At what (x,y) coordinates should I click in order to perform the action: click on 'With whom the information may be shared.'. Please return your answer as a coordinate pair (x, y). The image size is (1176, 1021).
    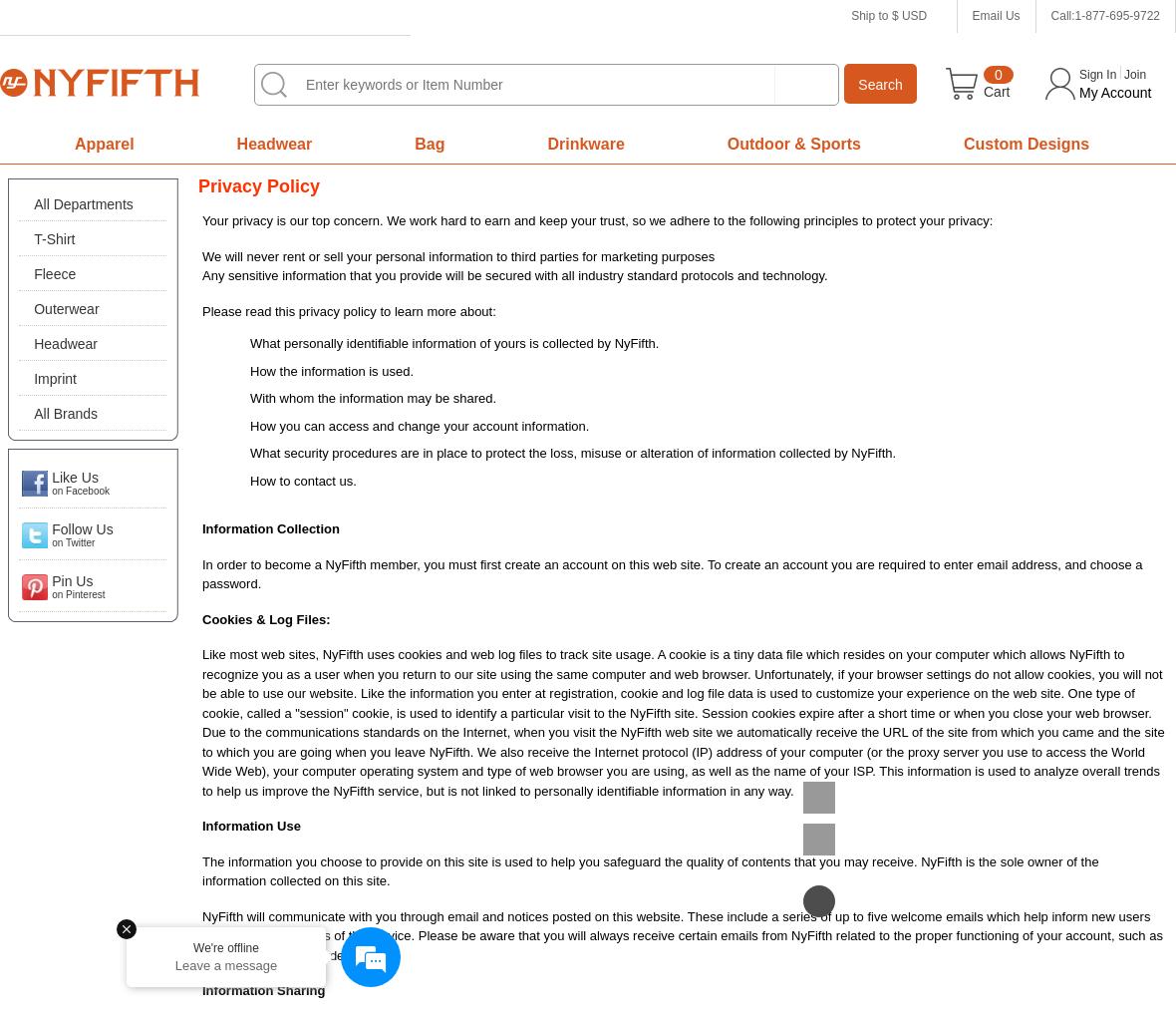
    Looking at the image, I should click on (372, 397).